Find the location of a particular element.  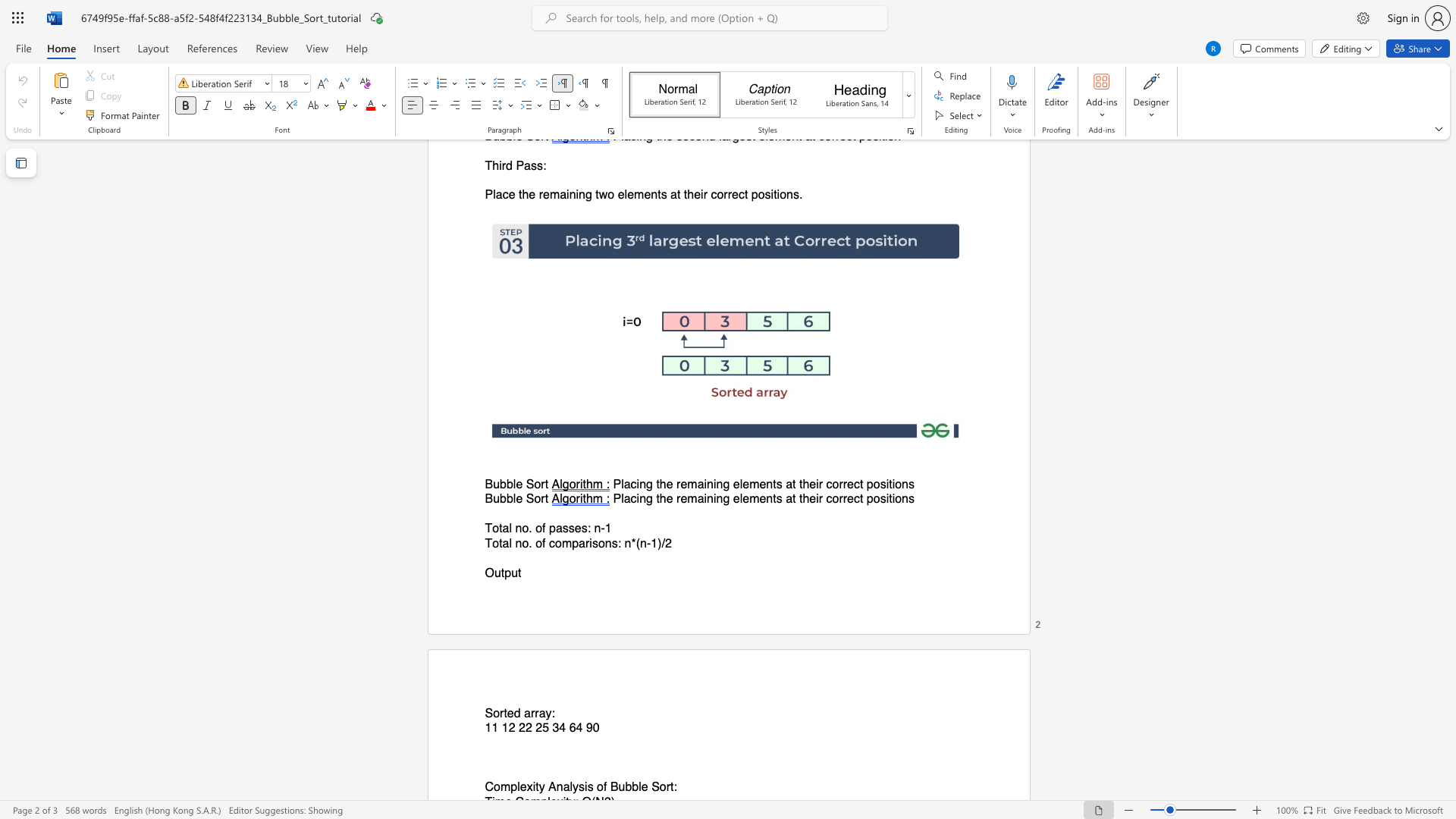

the subset text "ing the remaining elements at their correct positions" within the text "Placing the remaining elements at their correct positions" is located at coordinates (636, 485).